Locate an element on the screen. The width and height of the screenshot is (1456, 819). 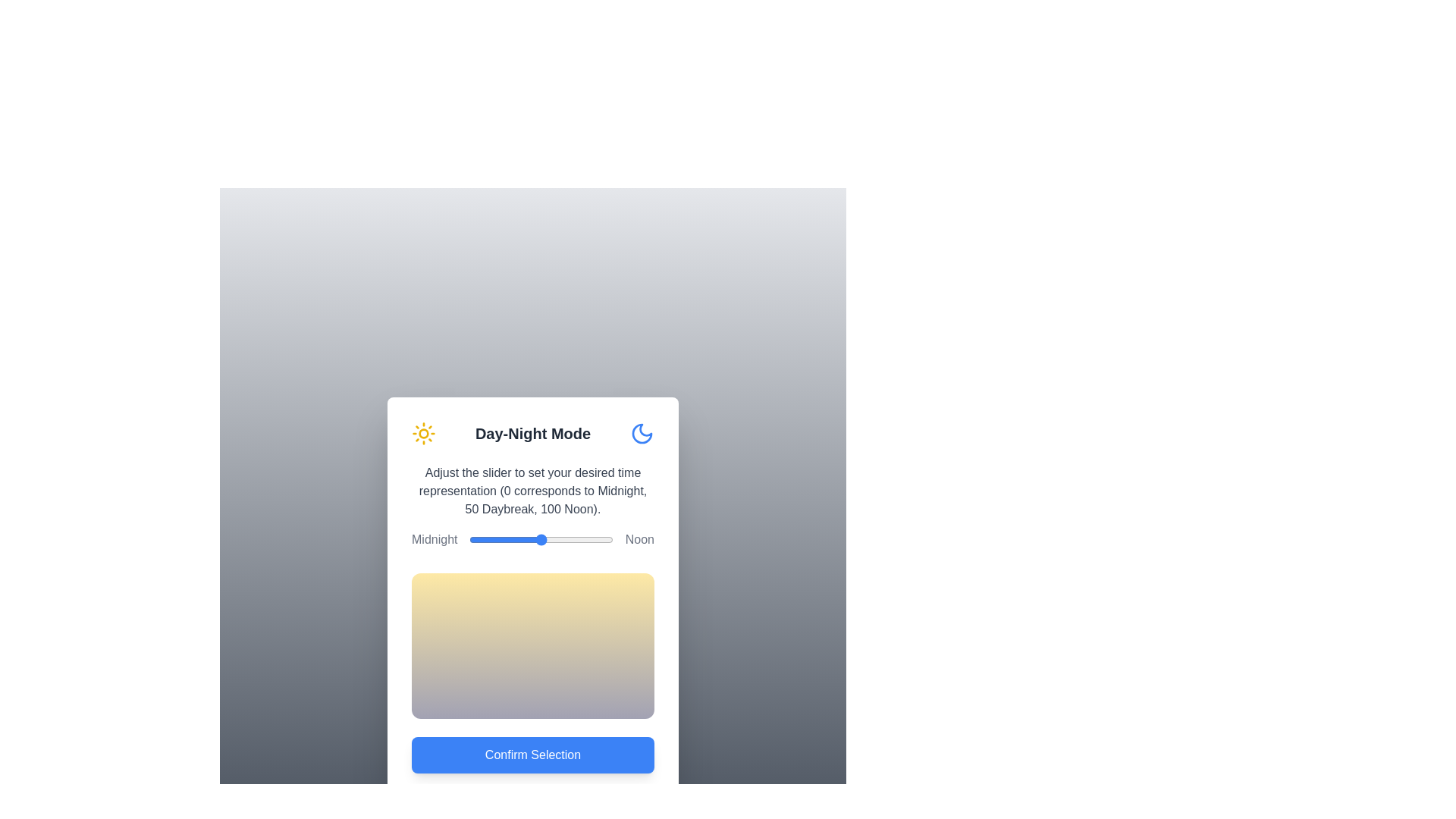
the slider to set the time representation to 3 is located at coordinates (473, 539).